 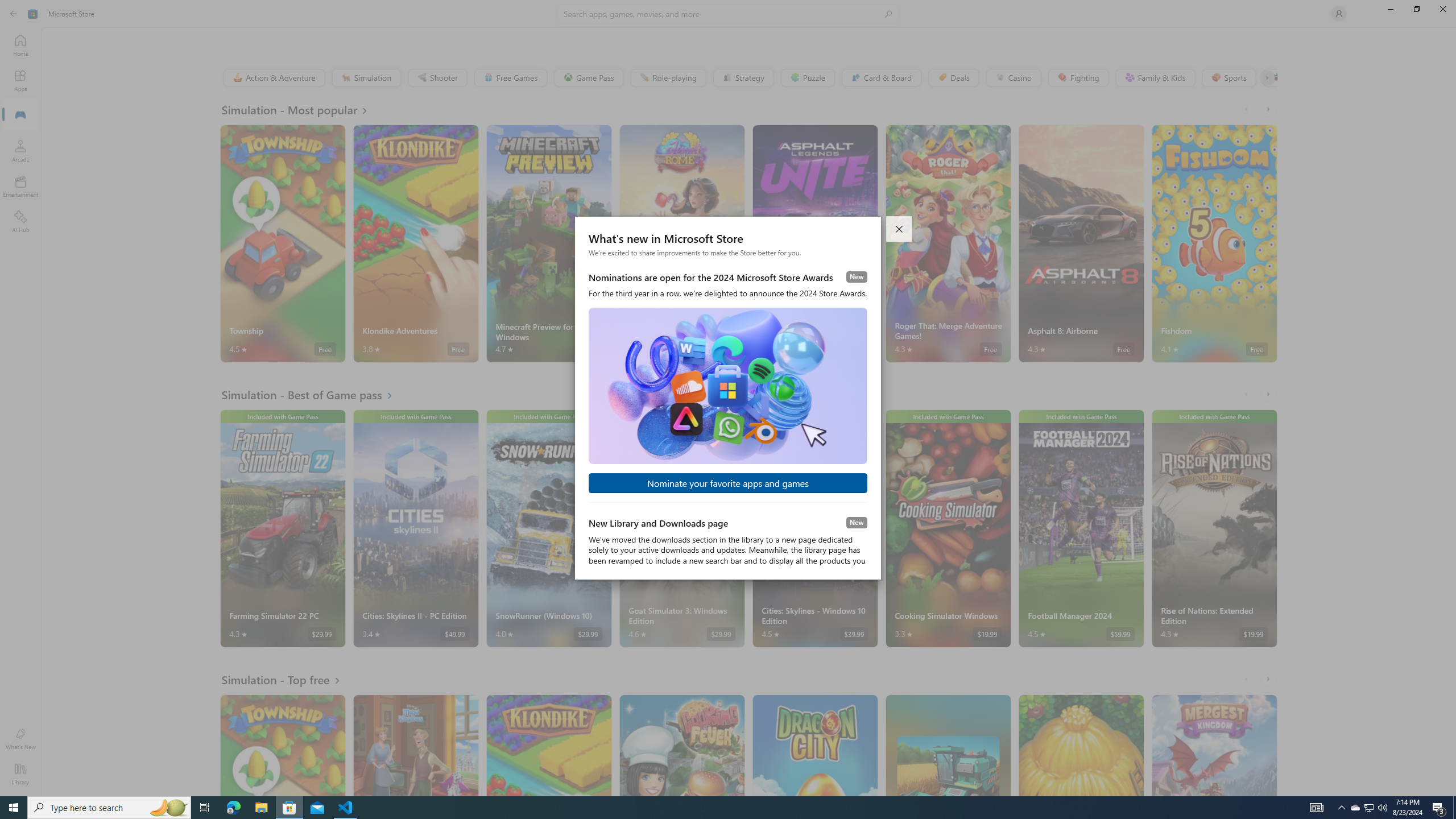 What do you see at coordinates (728, 13) in the screenshot?
I see `'Search'` at bounding box center [728, 13].